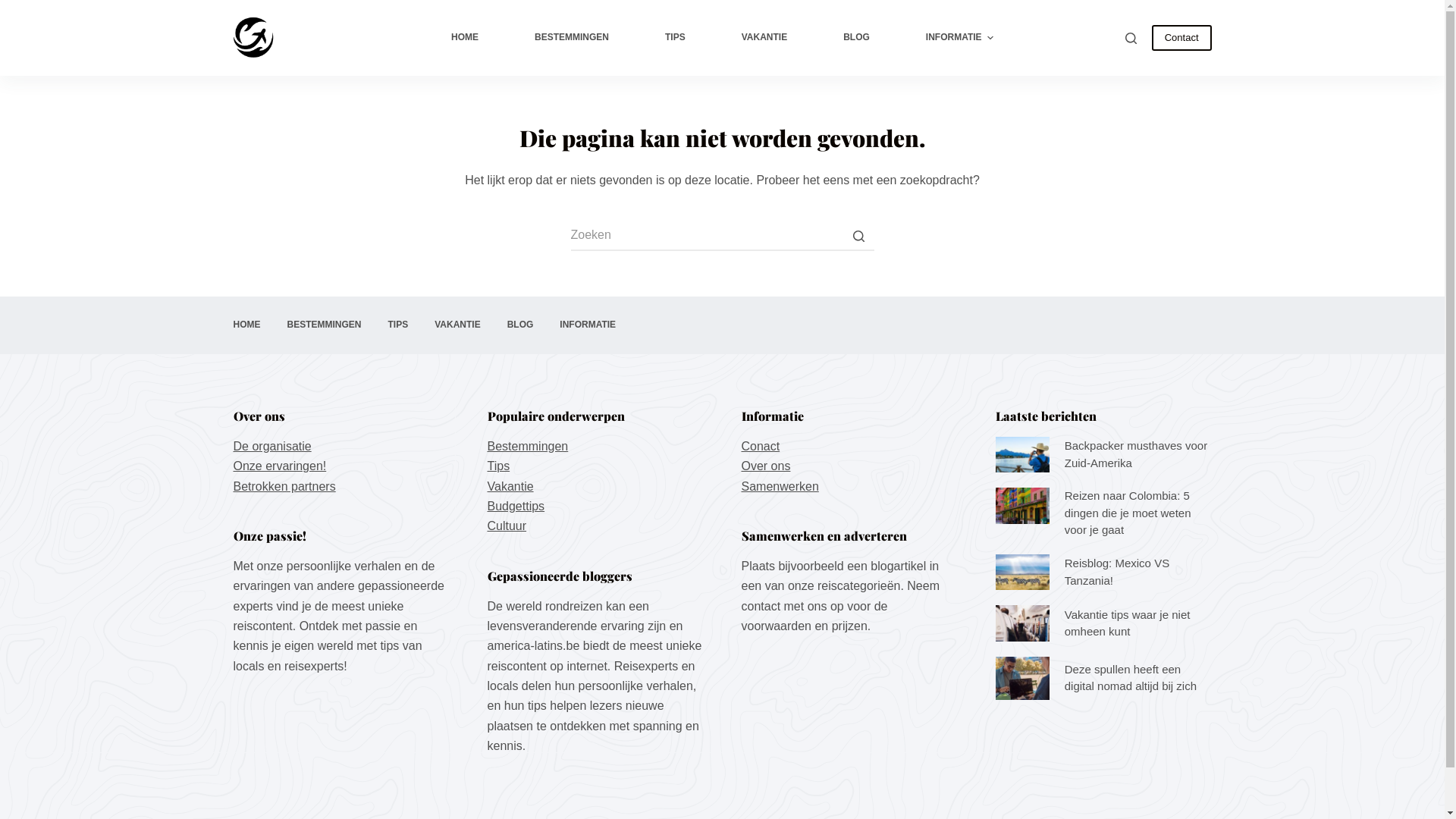 The height and width of the screenshot is (819, 1456). Describe the element at coordinates (1103, 623) in the screenshot. I see `'Vakantie tips waar je niet omheen kunt'` at that location.